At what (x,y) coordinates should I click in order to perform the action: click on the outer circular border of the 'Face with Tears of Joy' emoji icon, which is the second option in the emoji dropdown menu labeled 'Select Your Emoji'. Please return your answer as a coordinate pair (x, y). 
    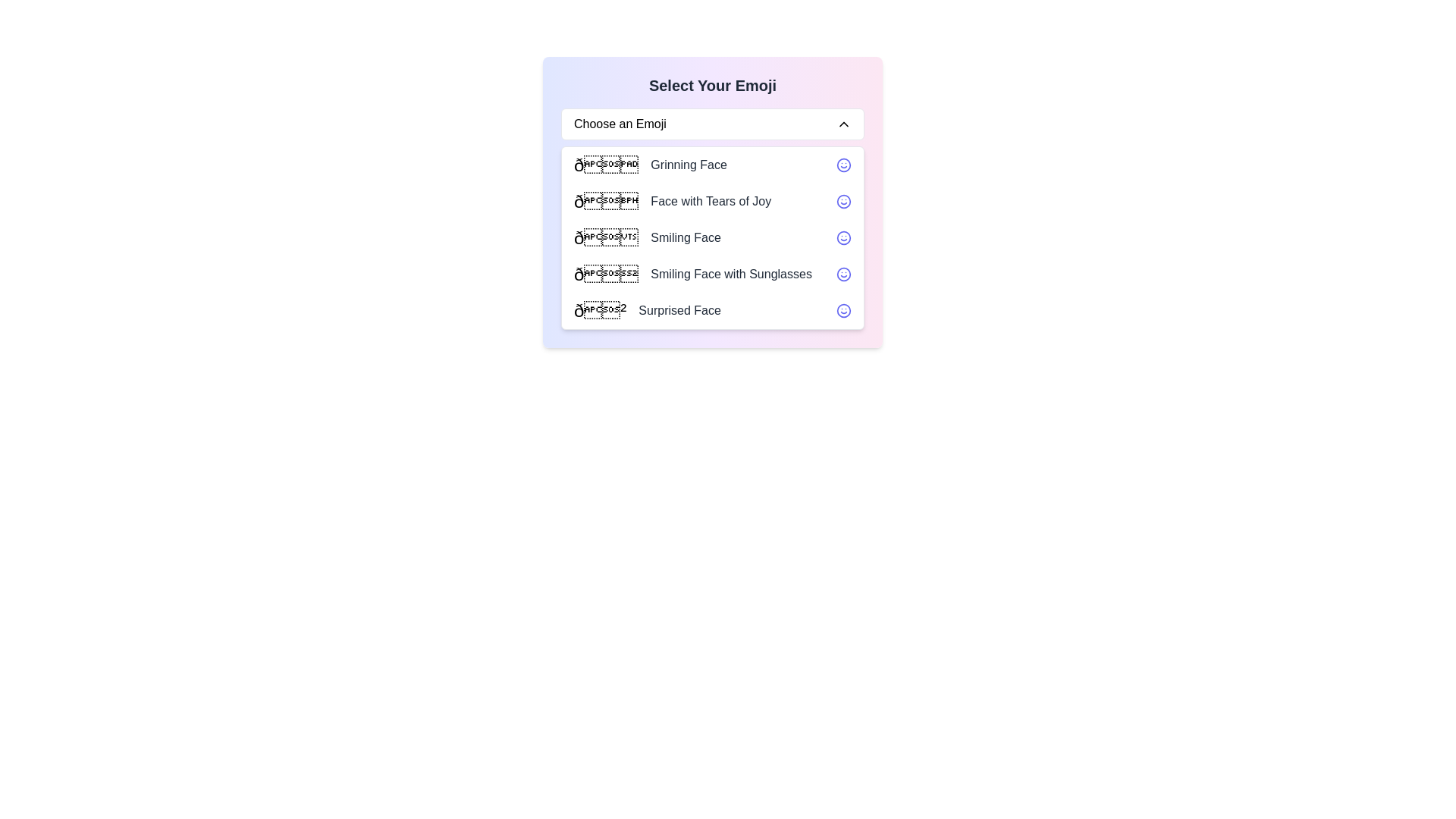
    Looking at the image, I should click on (843, 201).